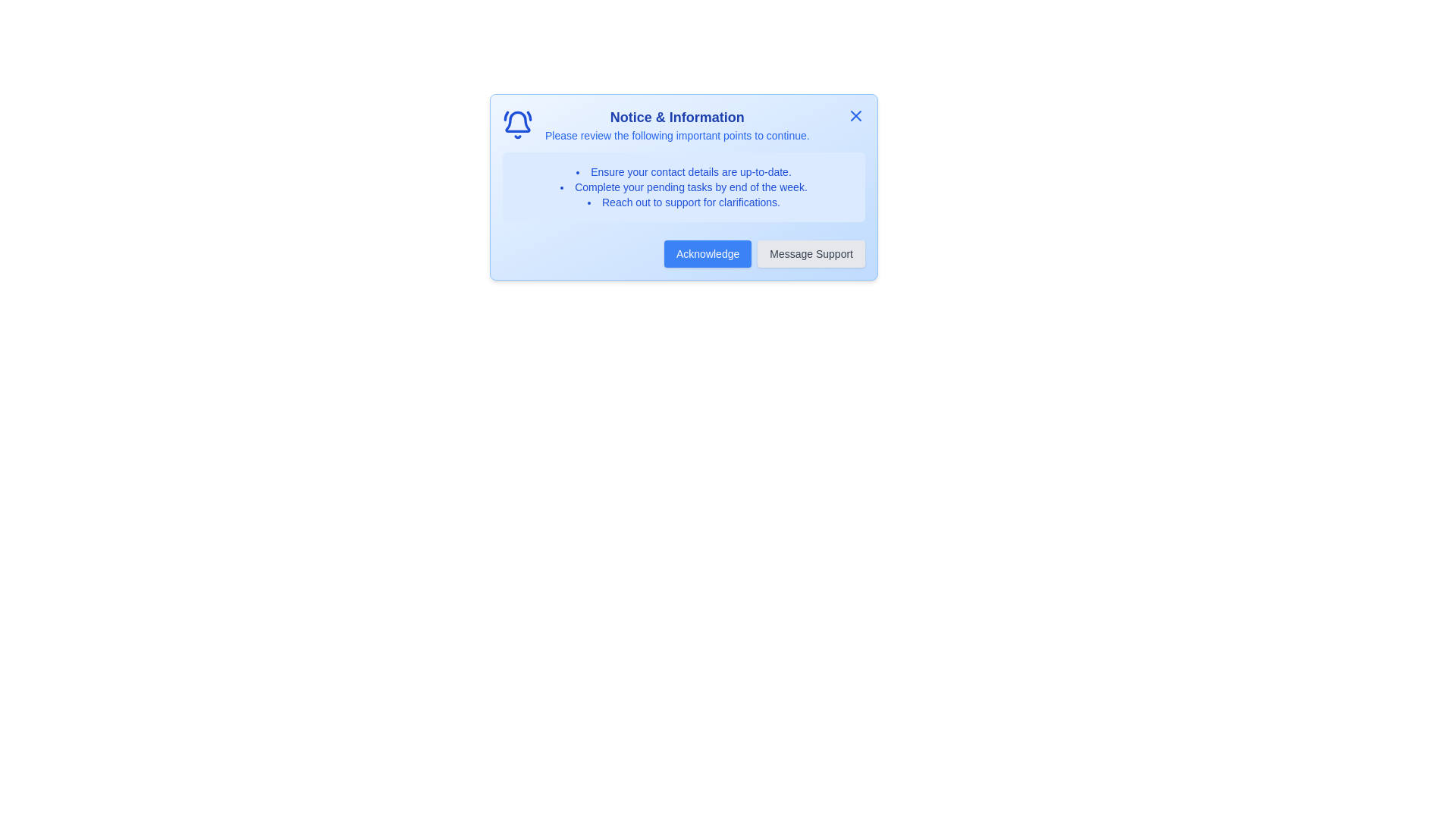 The height and width of the screenshot is (819, 1456). I want to click on the alert component to focus on it, so click(683, 186).